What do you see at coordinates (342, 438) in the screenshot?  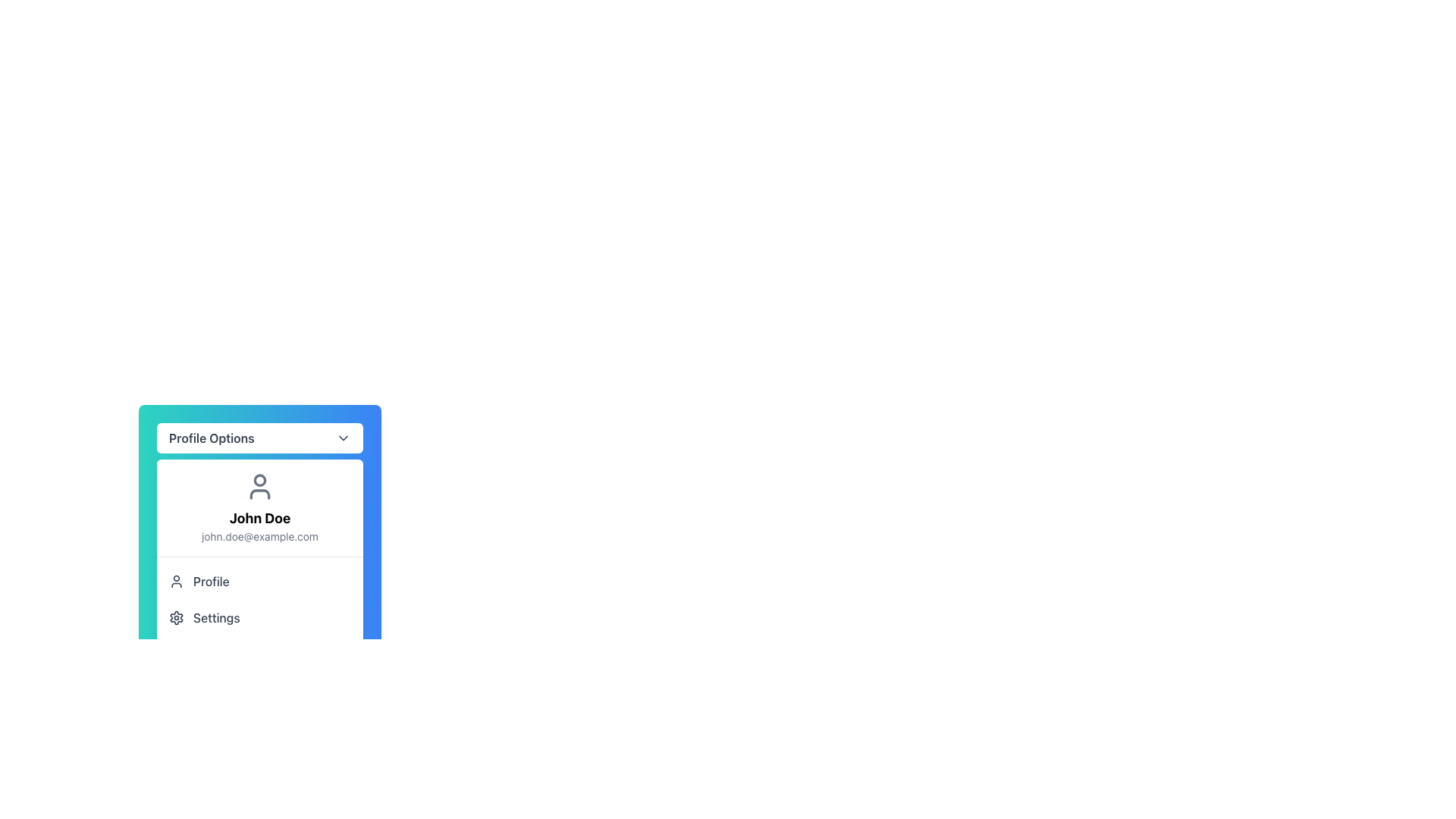 I see `the icon that signifies additional options related to the 'Profile Options' button` at bounding box center [342, 438].